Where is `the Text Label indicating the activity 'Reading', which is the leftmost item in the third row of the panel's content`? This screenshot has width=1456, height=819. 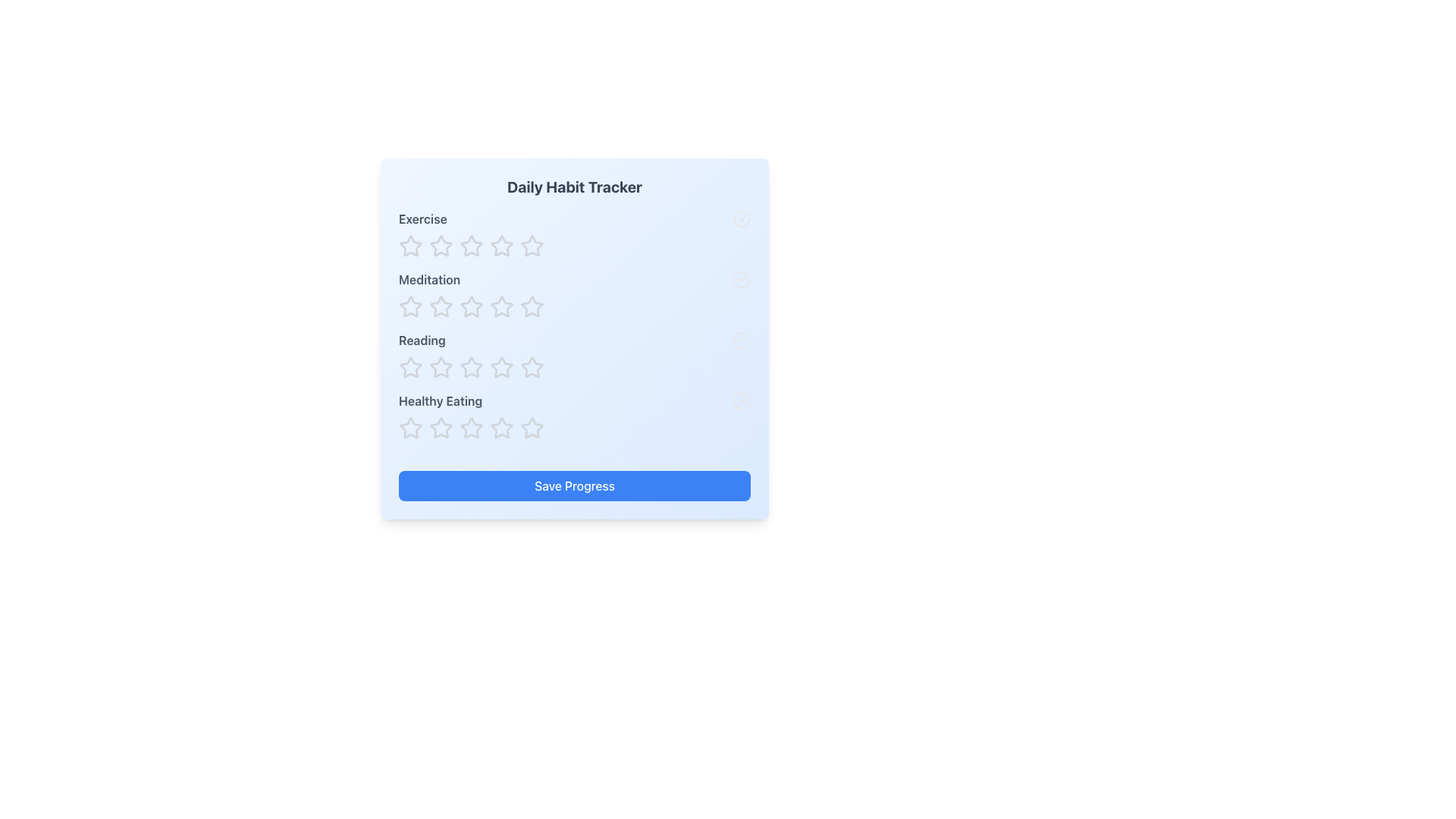
the Text Label indicating the activity 'Reading', which is the leftmost item in the third row of the panel's content is located at coordinates (422, 339).